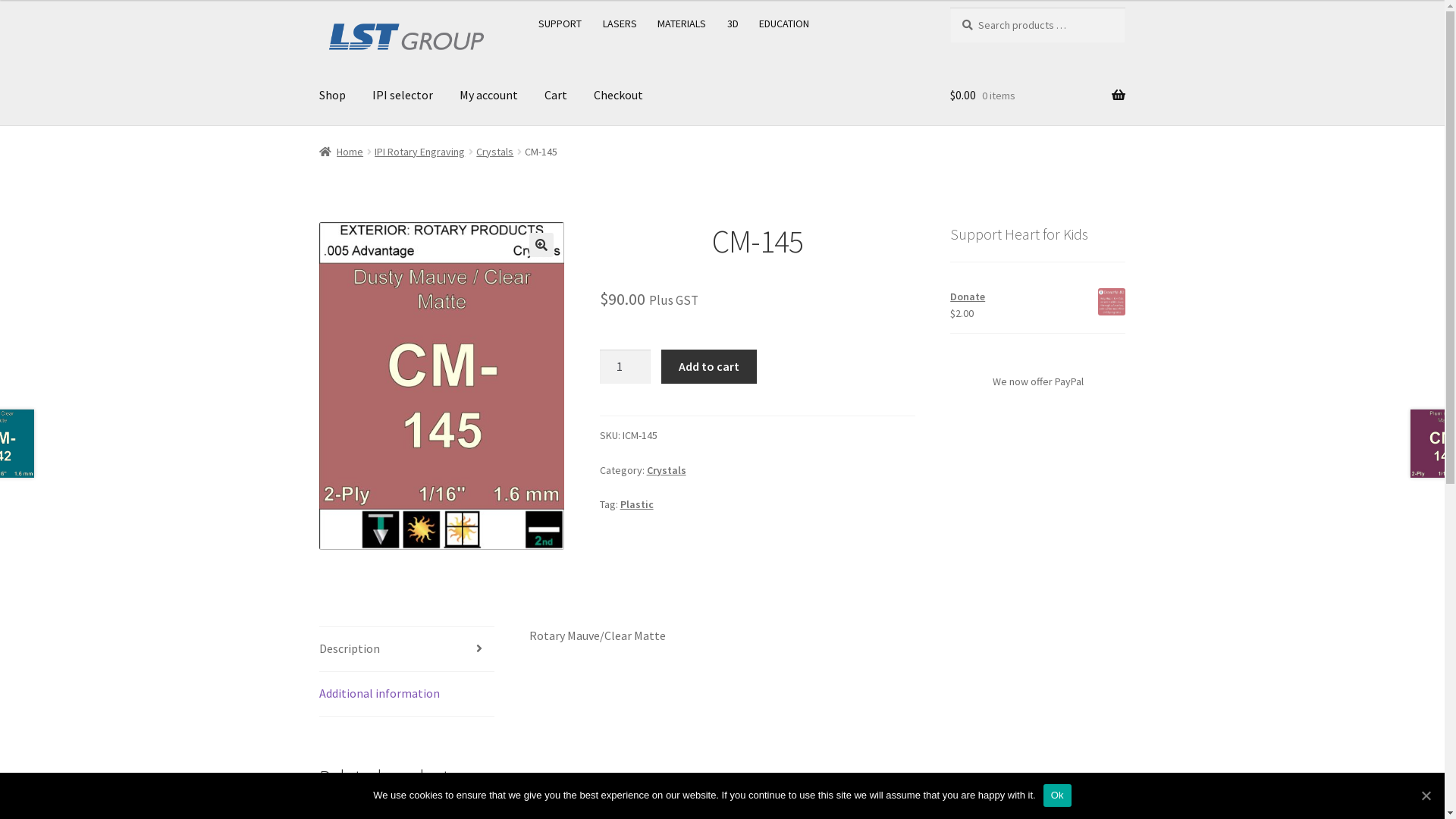  What do you see at coordinates (331, 96) in the screenshot?
I see `'Shop'` at bounding box center [331, 96].